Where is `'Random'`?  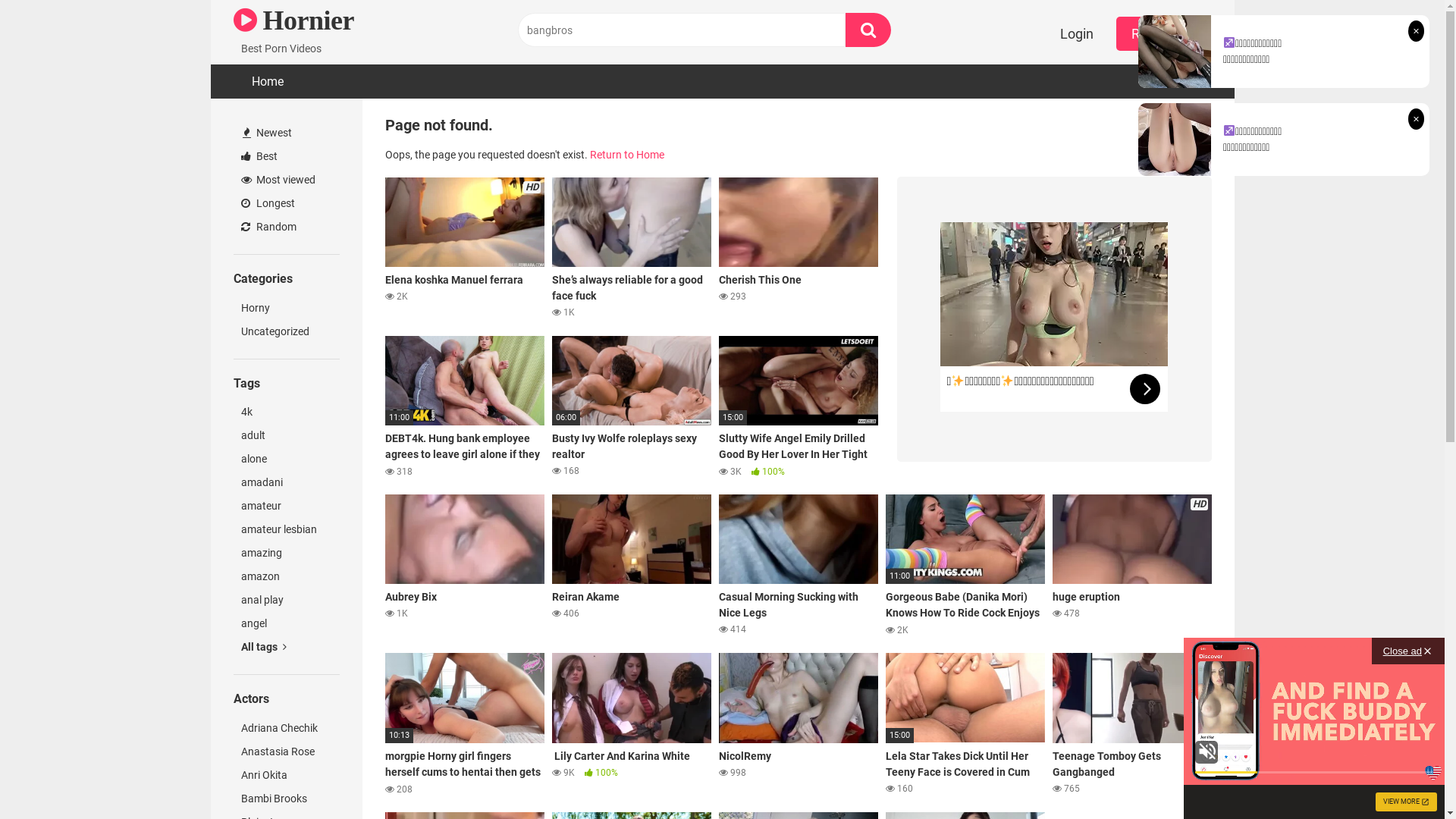
'Random' is located at coordinates (232, 227).